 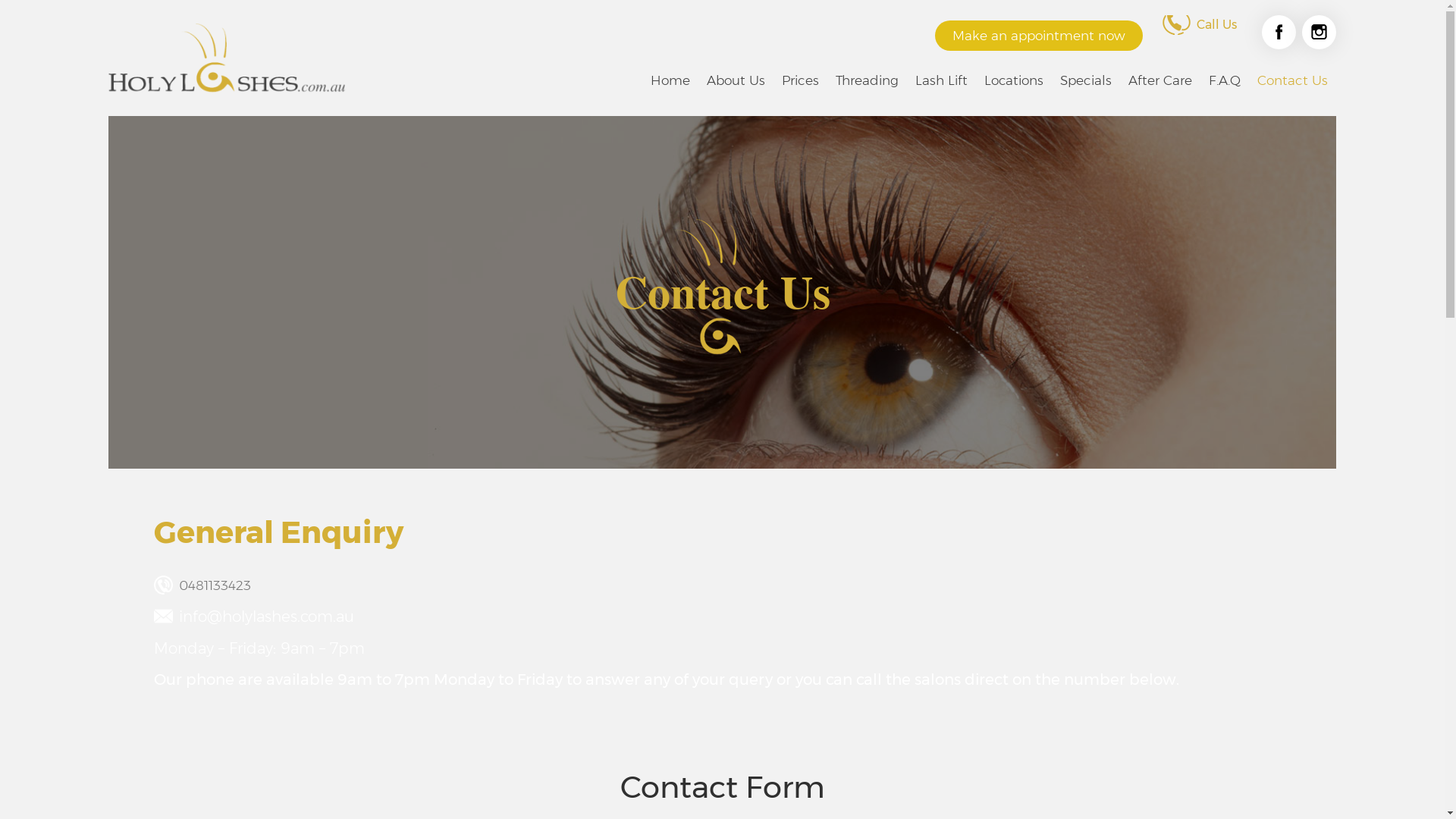 I want to click on 'After Care', so click(x=1159, y=80).